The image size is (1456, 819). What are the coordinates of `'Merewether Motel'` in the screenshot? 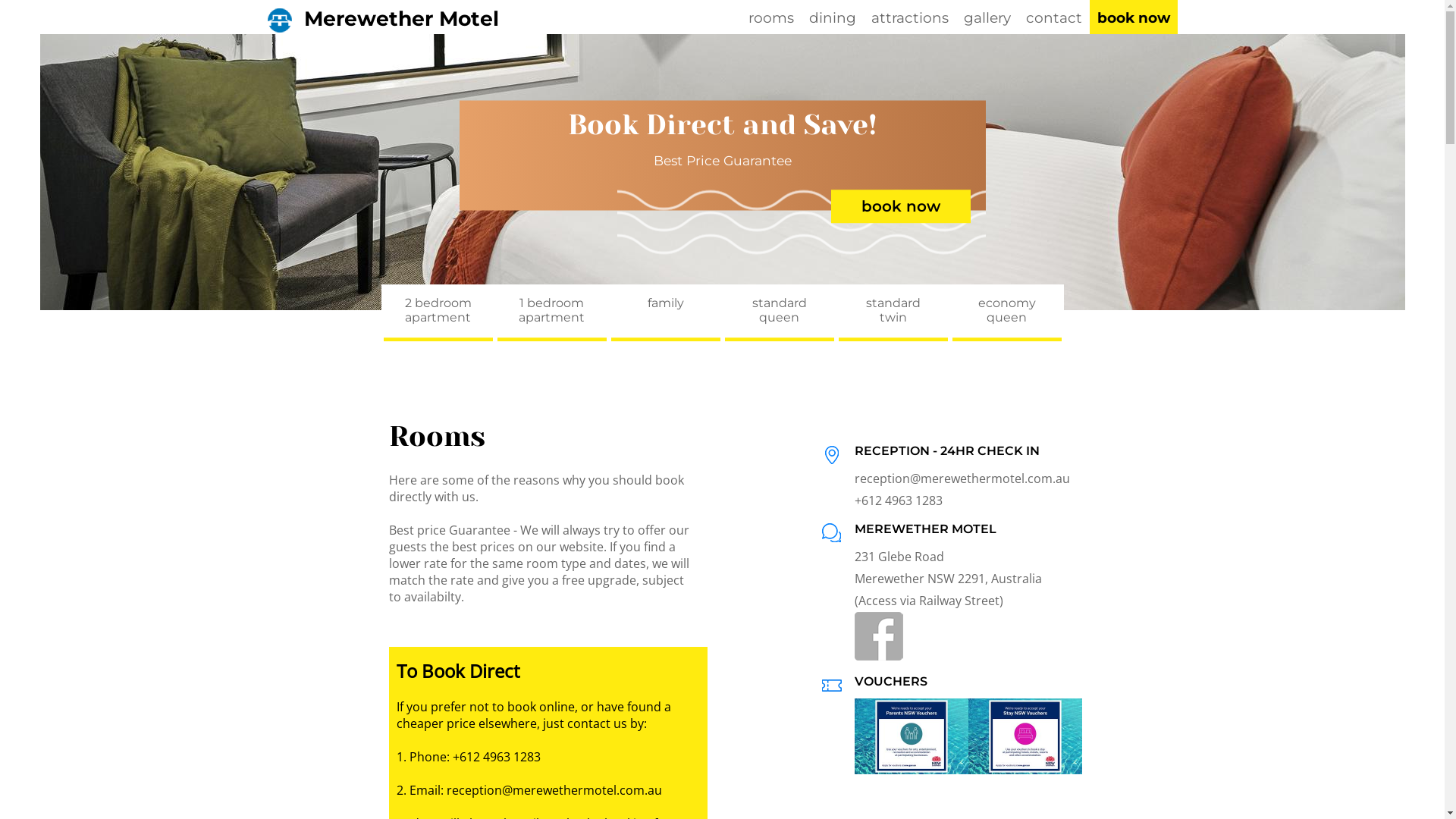 It's located at (382, 20).